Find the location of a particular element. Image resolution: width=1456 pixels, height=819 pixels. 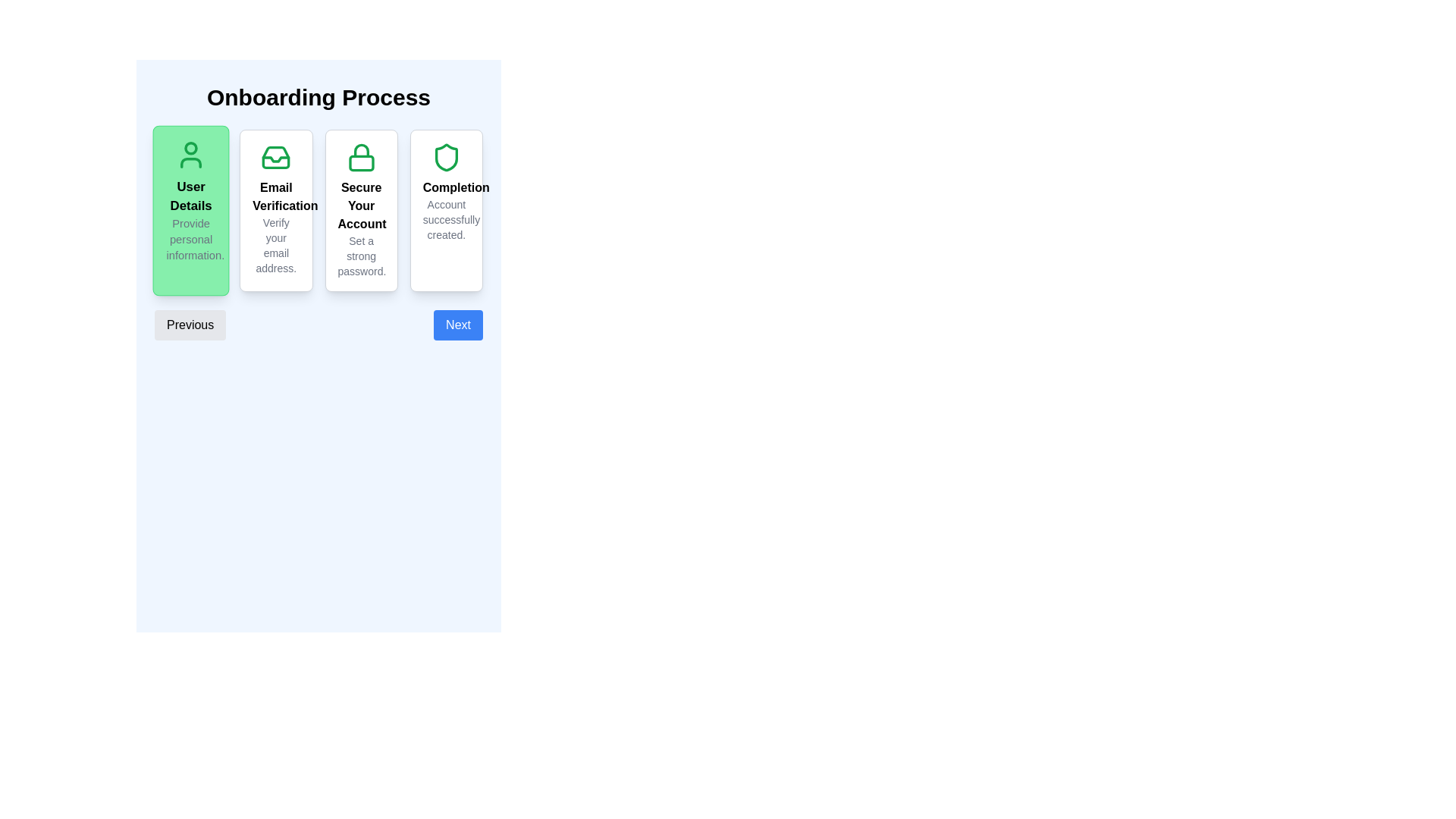

the small circle that visually represents part of the user icon in the 'User Details' card during the onboarding process is located at coordinates (190, 148).